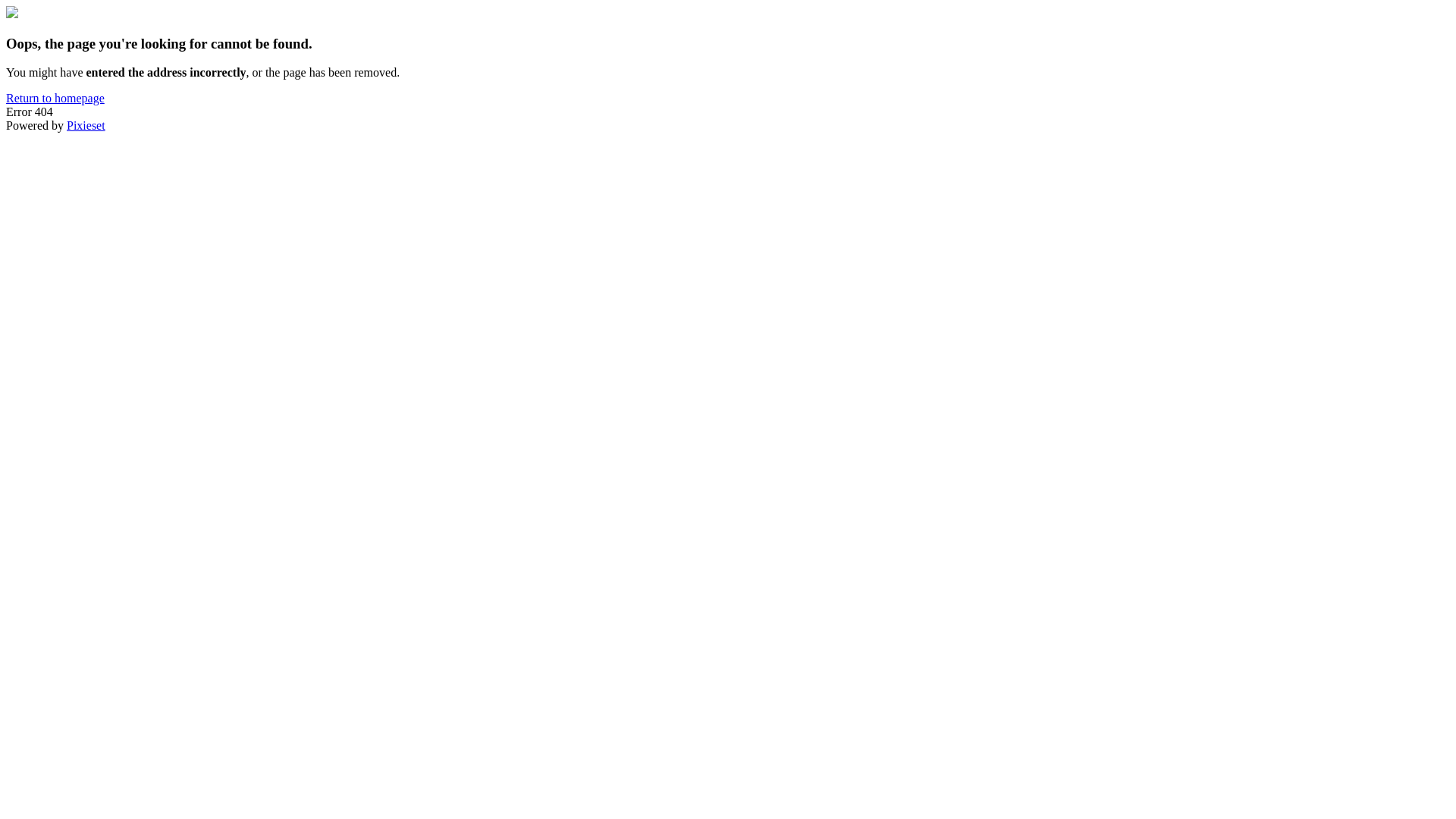 Image resolution: width=1456 pixels, height=819 pixels. I want to click on 'Pixieset', so click(85, 124).